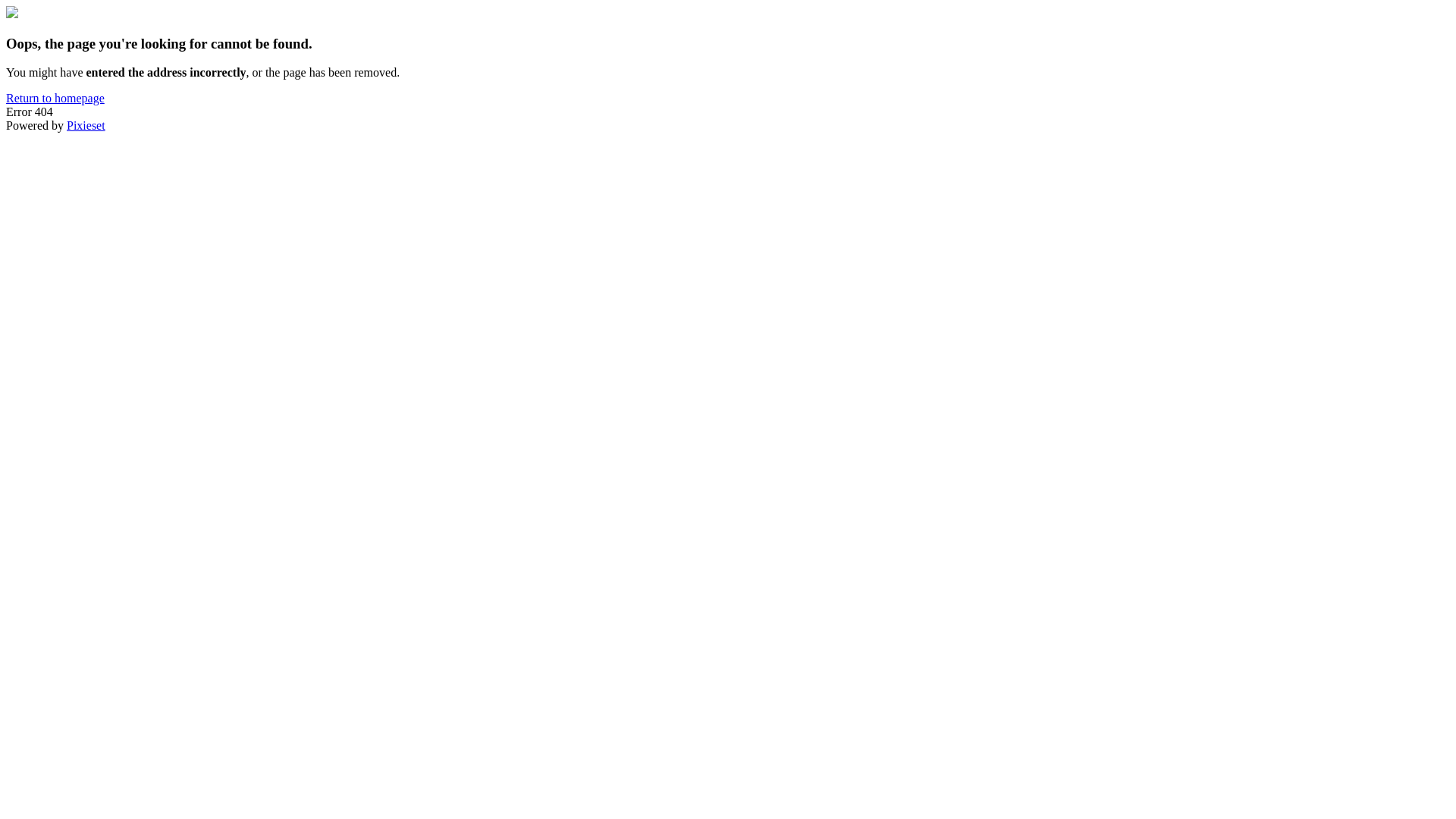 Image resolution: width=1456 pixels, height=819 pixels. I want to click on 'Pixieset', so click(85, 124).